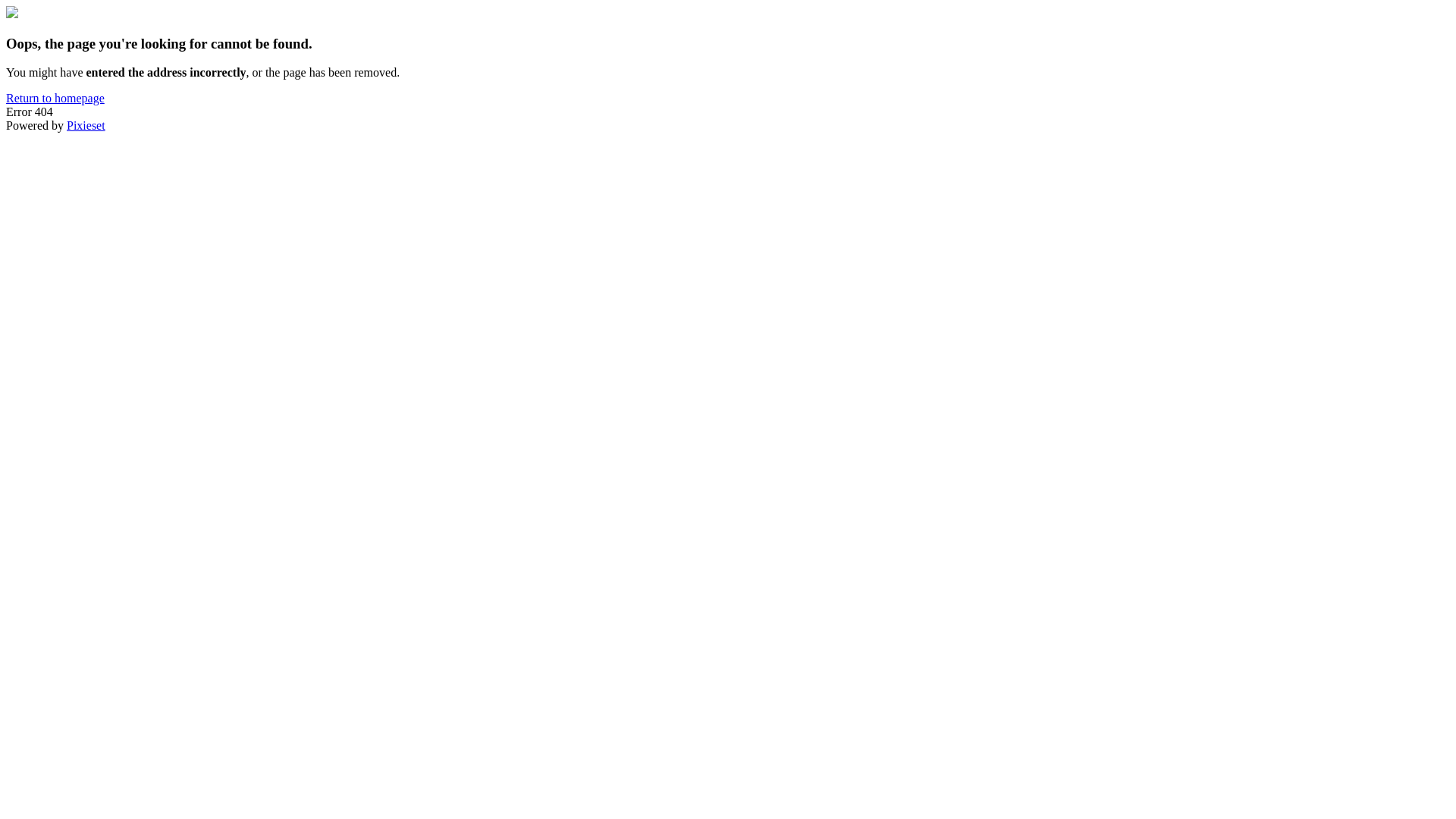 Image resolution: width=1456 pixels, height=819 pixels. I want to click on 'Pixieset', so click(85, 124).